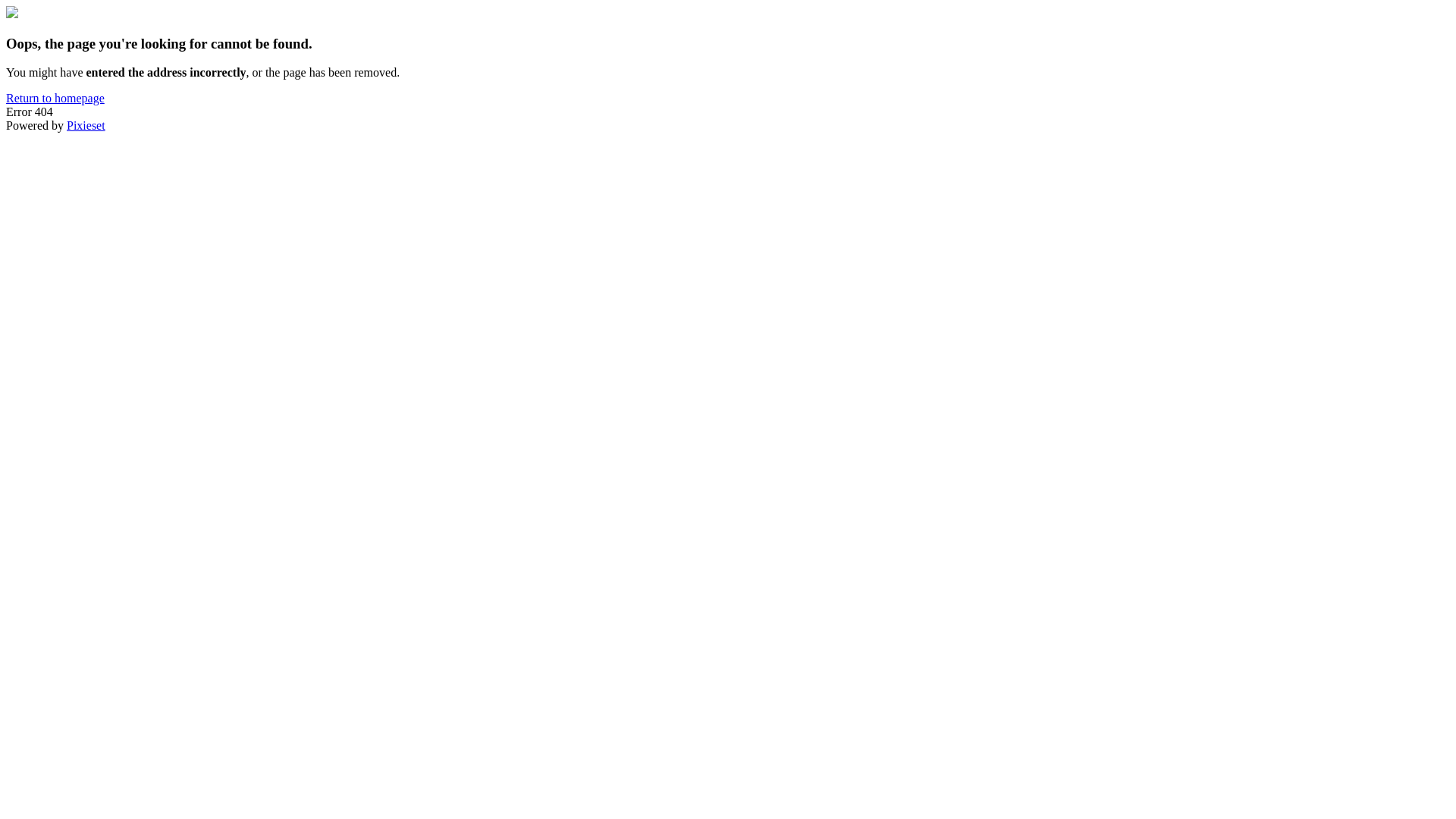 Image resolution: width=1456 pixels, height=819 pixels. I want to click on 'Pixieset', so click(85, 124).